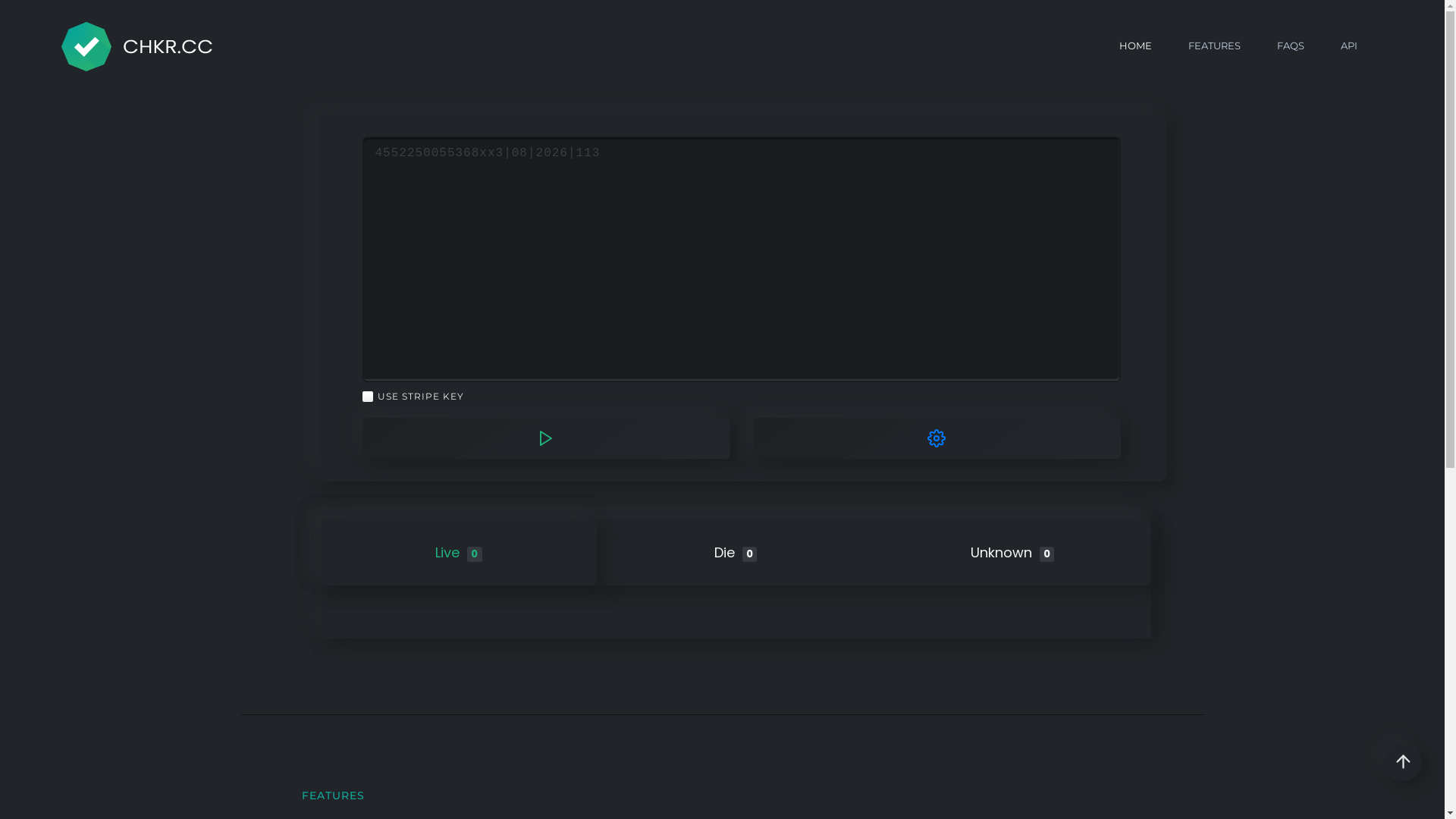 The image size is (1456, 819). Describe the element at coordinates (457, 552) in the screenshot. I see `'Live0'` at that location.